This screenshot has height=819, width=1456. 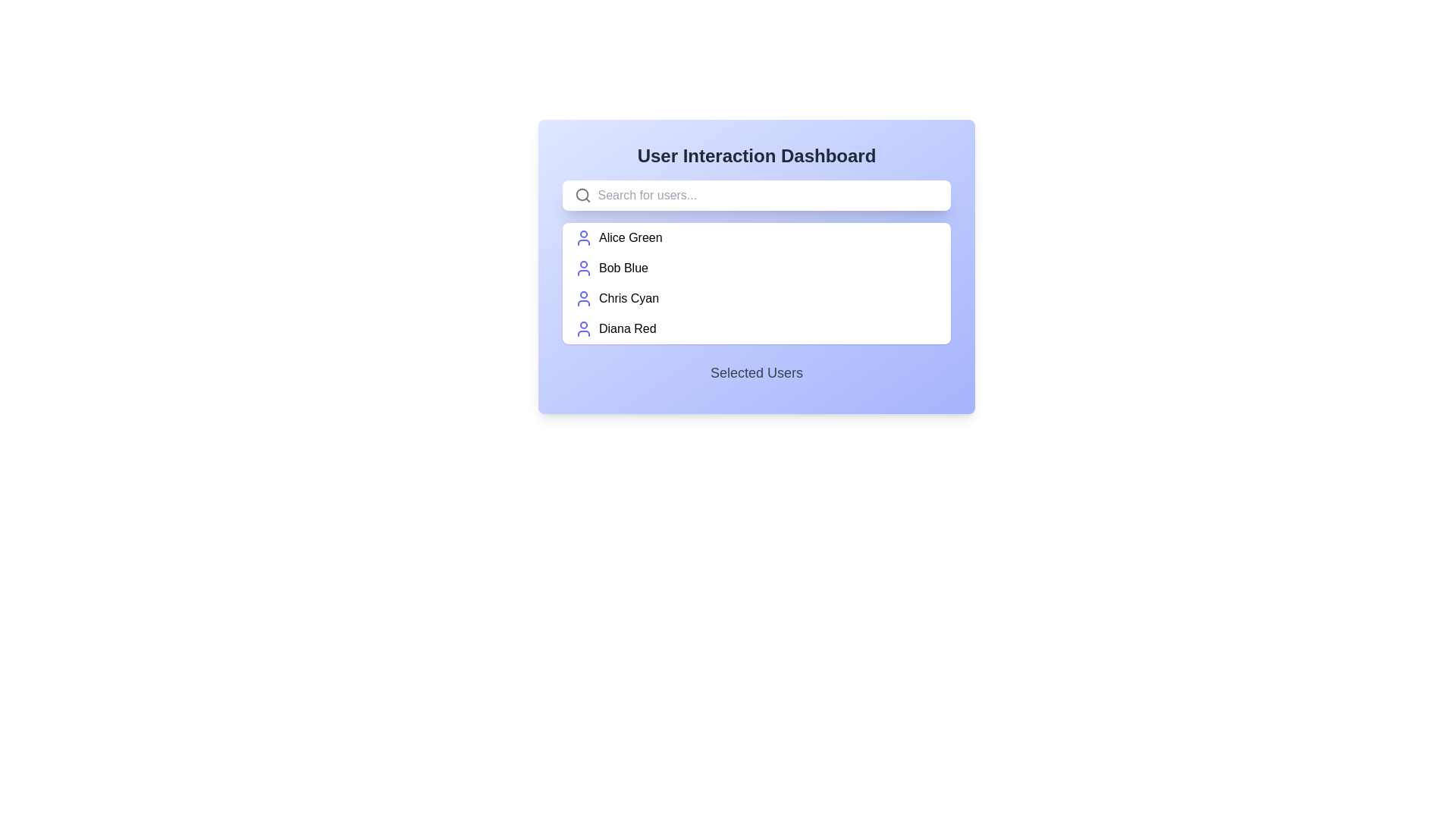 I want to click on the circle element of the magnifying glass icon within the search bar, which is styled with a gray stroke and has a width of 24 pixels, so click(x=582, y=194).